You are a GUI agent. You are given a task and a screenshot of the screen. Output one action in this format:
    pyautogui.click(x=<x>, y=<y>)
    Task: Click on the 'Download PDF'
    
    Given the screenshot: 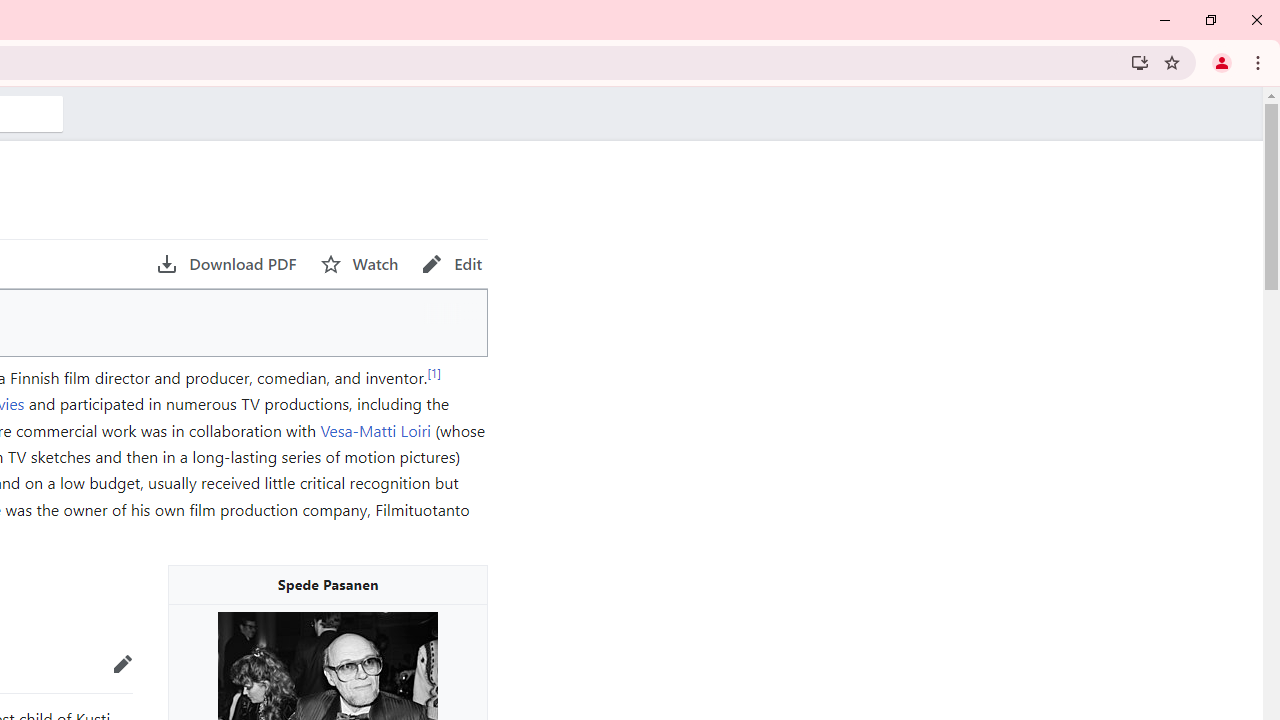 What is the action you would take?
    pyautogui.click(x=226, y=263)
    